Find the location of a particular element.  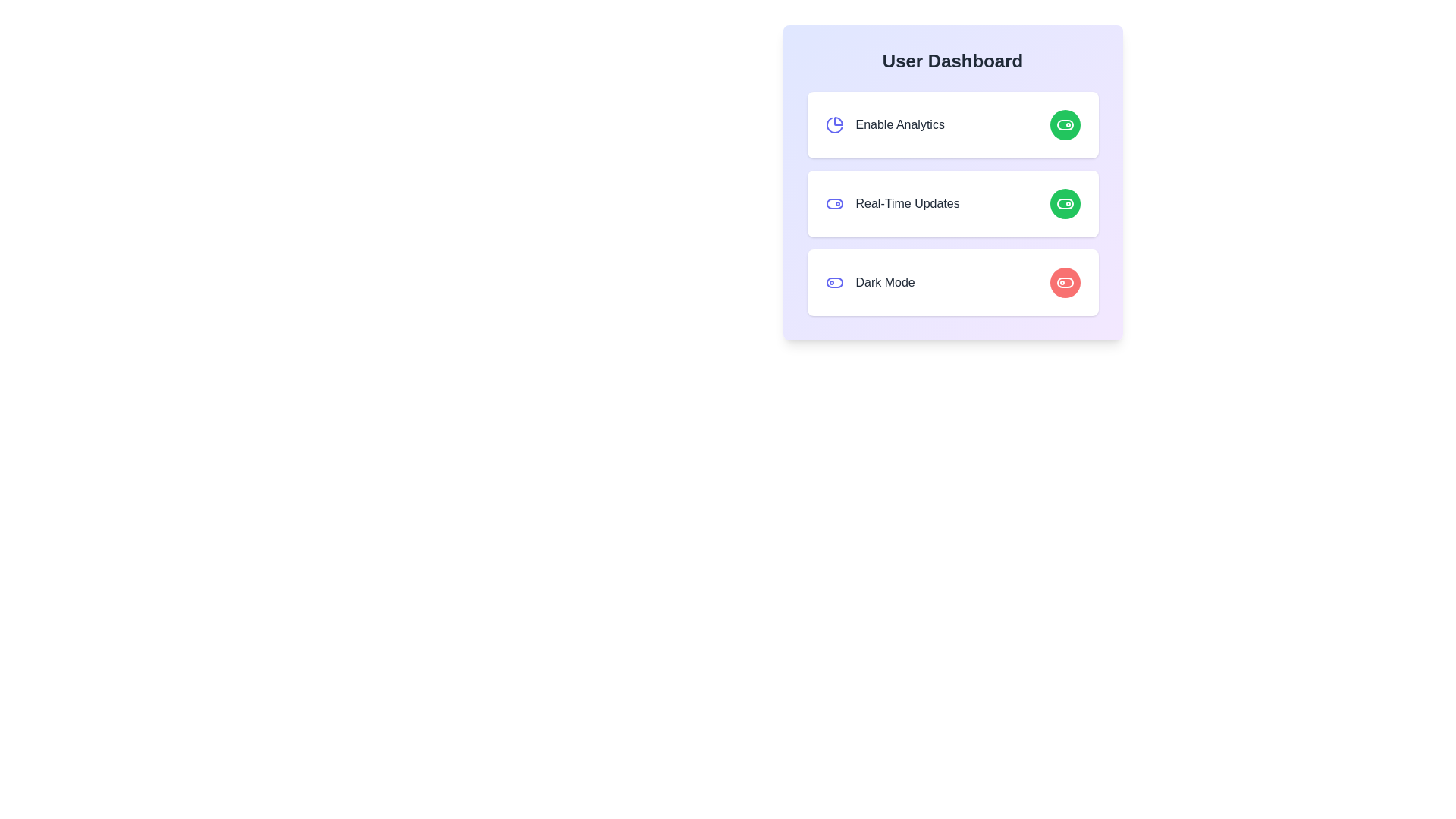

the decorative shape indicating that the toggle switch for 'Real-Time Updates' is active in the 'User Dashboard' interface is located at coordinates (1064, 203).